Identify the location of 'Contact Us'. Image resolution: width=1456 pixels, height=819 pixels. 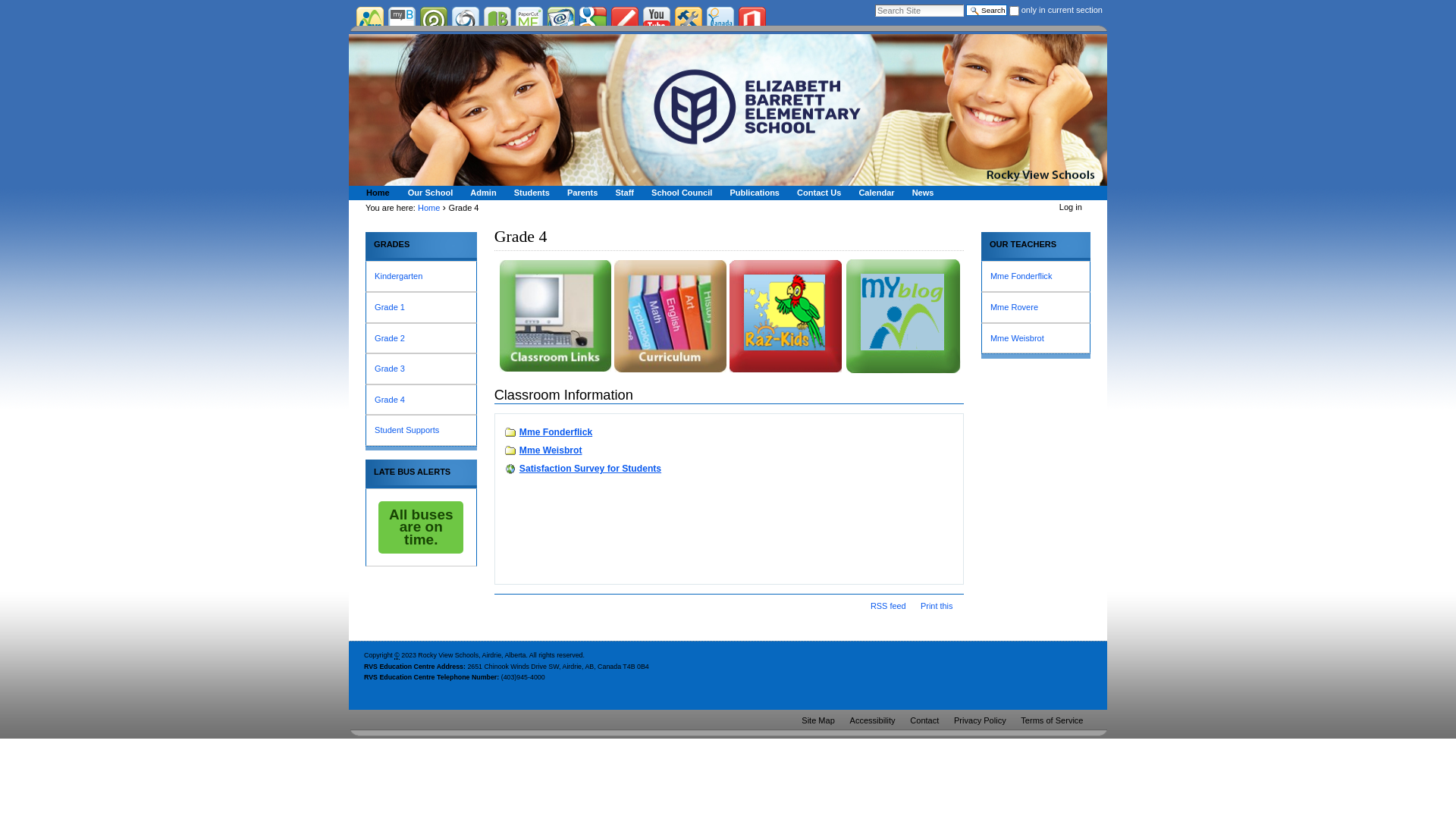
(815, 192).